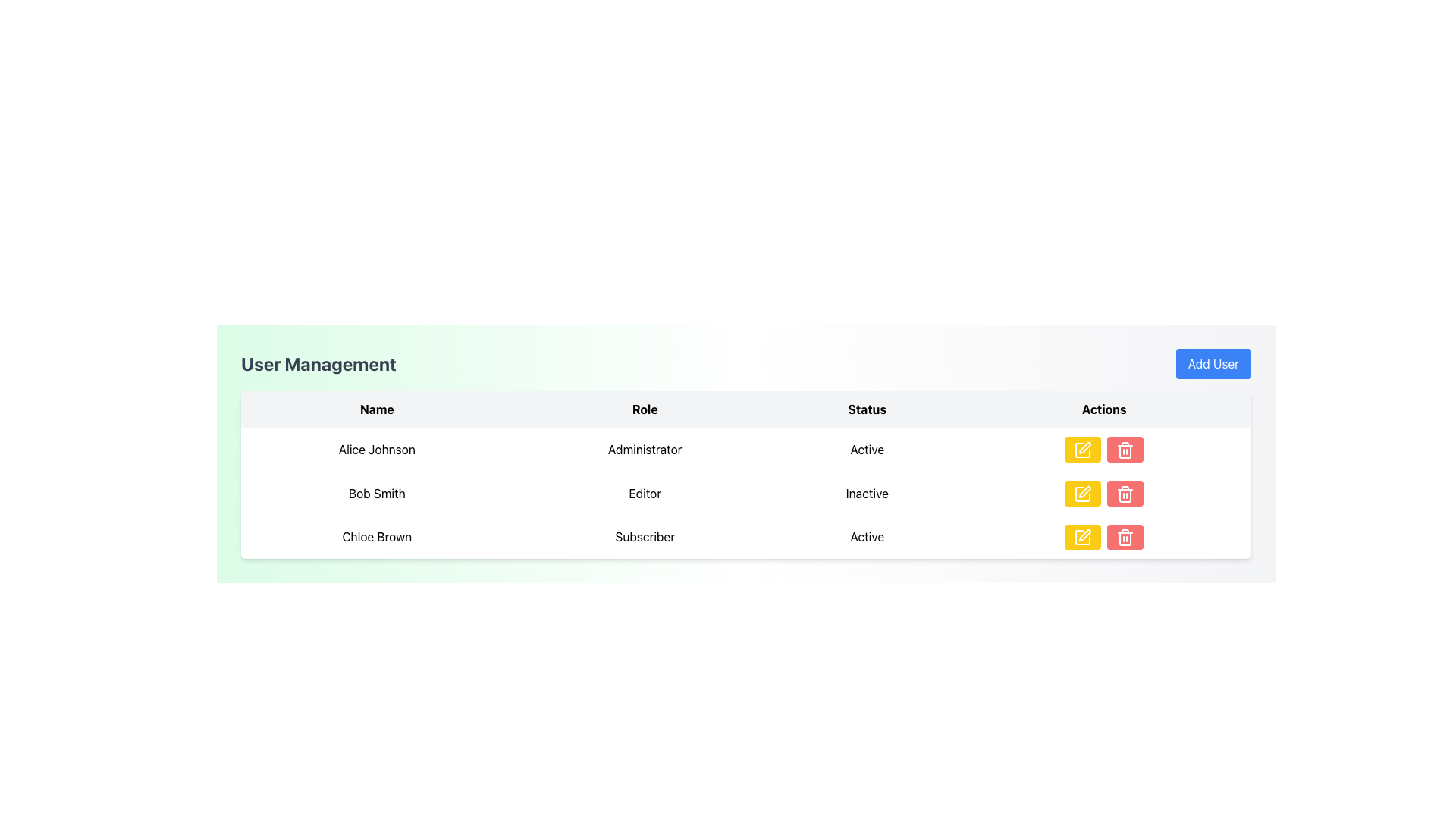 This screenshot has width=1456, height=819. Describe the element at coordinates (1082, 493) in the screenshot. I see `the edit button located in the 'Actions' column of the table, specifically the second button in the row for 'Bob Smith'` at that location.